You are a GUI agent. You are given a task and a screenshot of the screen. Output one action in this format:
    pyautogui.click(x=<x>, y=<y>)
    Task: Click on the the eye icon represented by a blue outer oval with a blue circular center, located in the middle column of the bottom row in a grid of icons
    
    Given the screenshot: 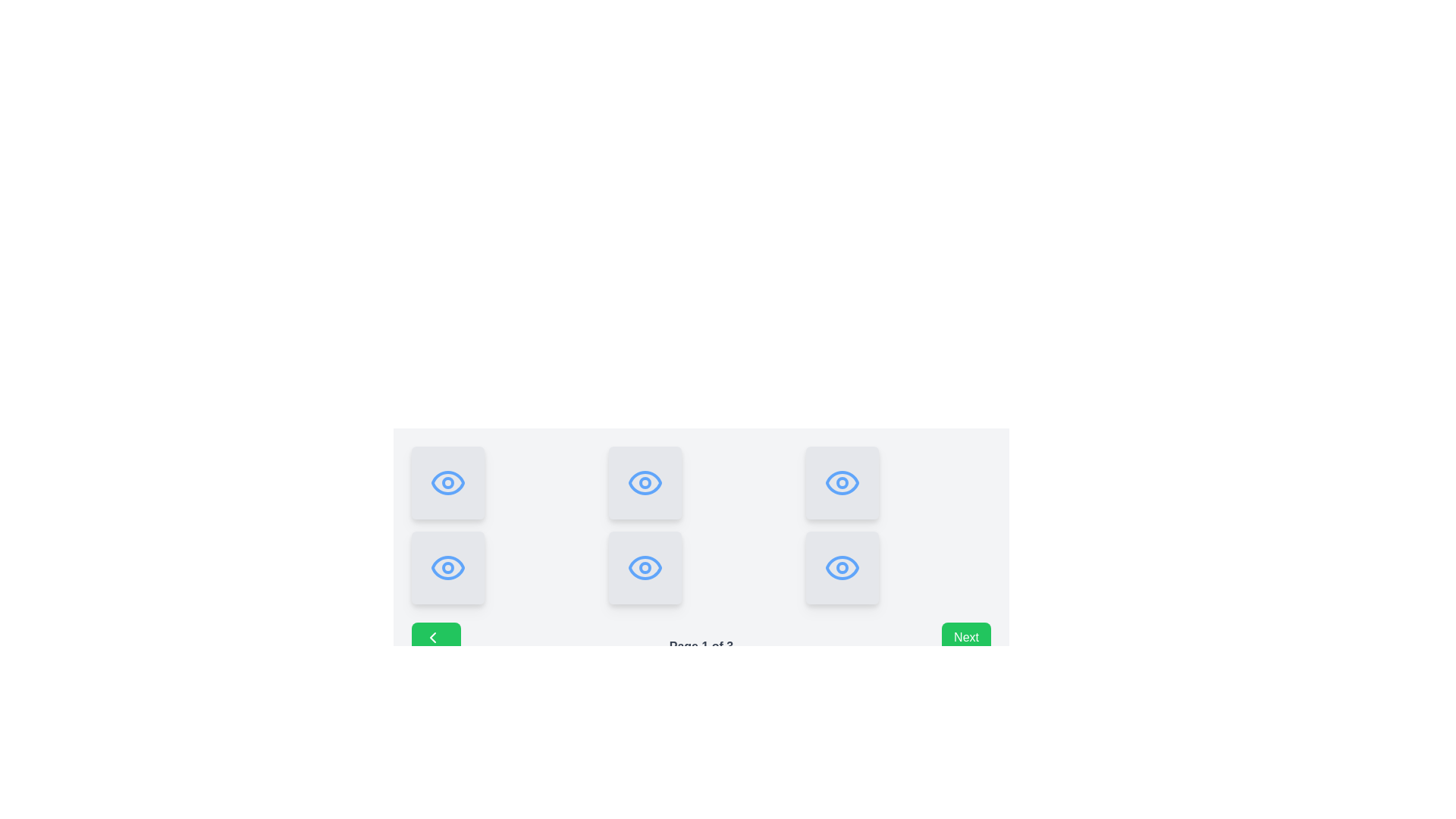 What is the action you would take?
    pyautogui.click(x=645, y=567)
    